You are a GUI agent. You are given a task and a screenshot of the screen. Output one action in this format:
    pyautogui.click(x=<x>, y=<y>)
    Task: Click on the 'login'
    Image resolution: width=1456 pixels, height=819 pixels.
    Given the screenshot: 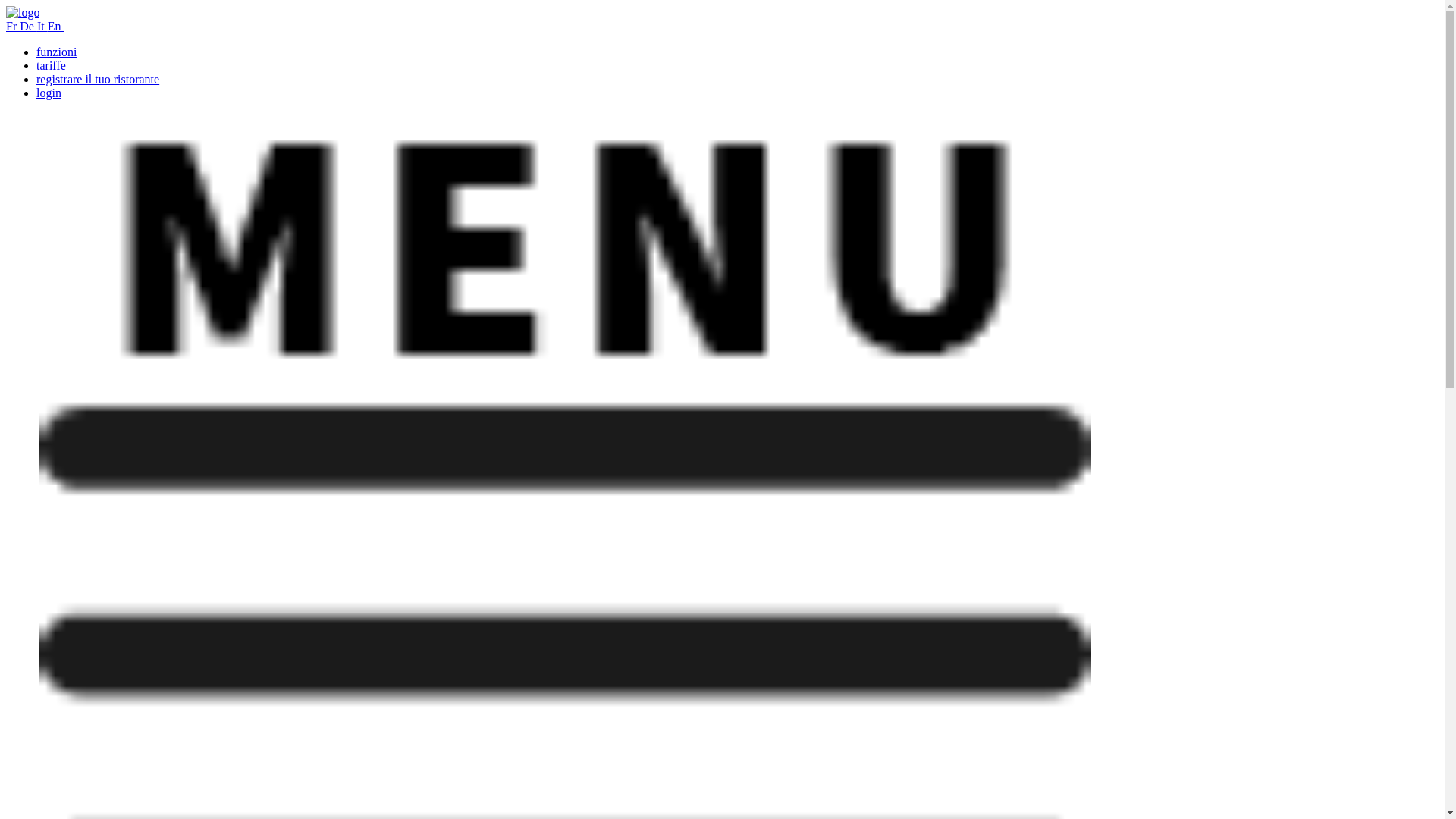 What is the action you would take?
    pyautogui.click(x=49, y=93)
    